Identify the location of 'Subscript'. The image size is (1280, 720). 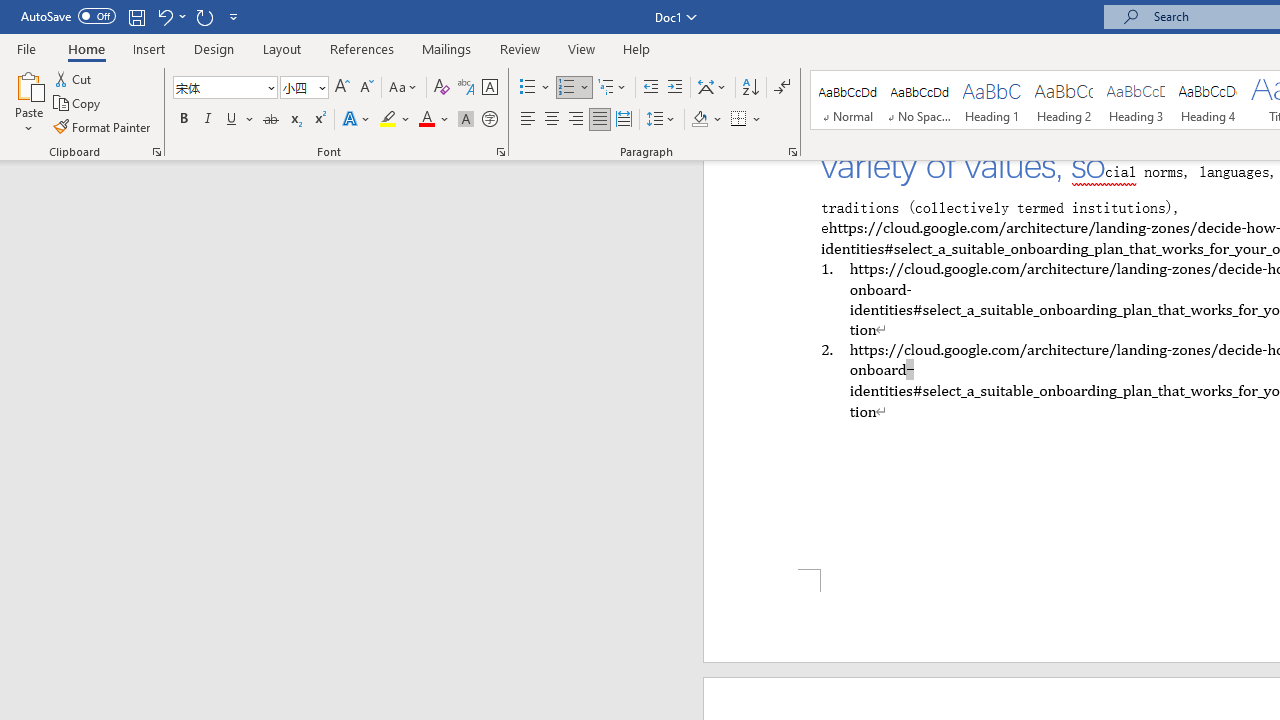
(294, 119).